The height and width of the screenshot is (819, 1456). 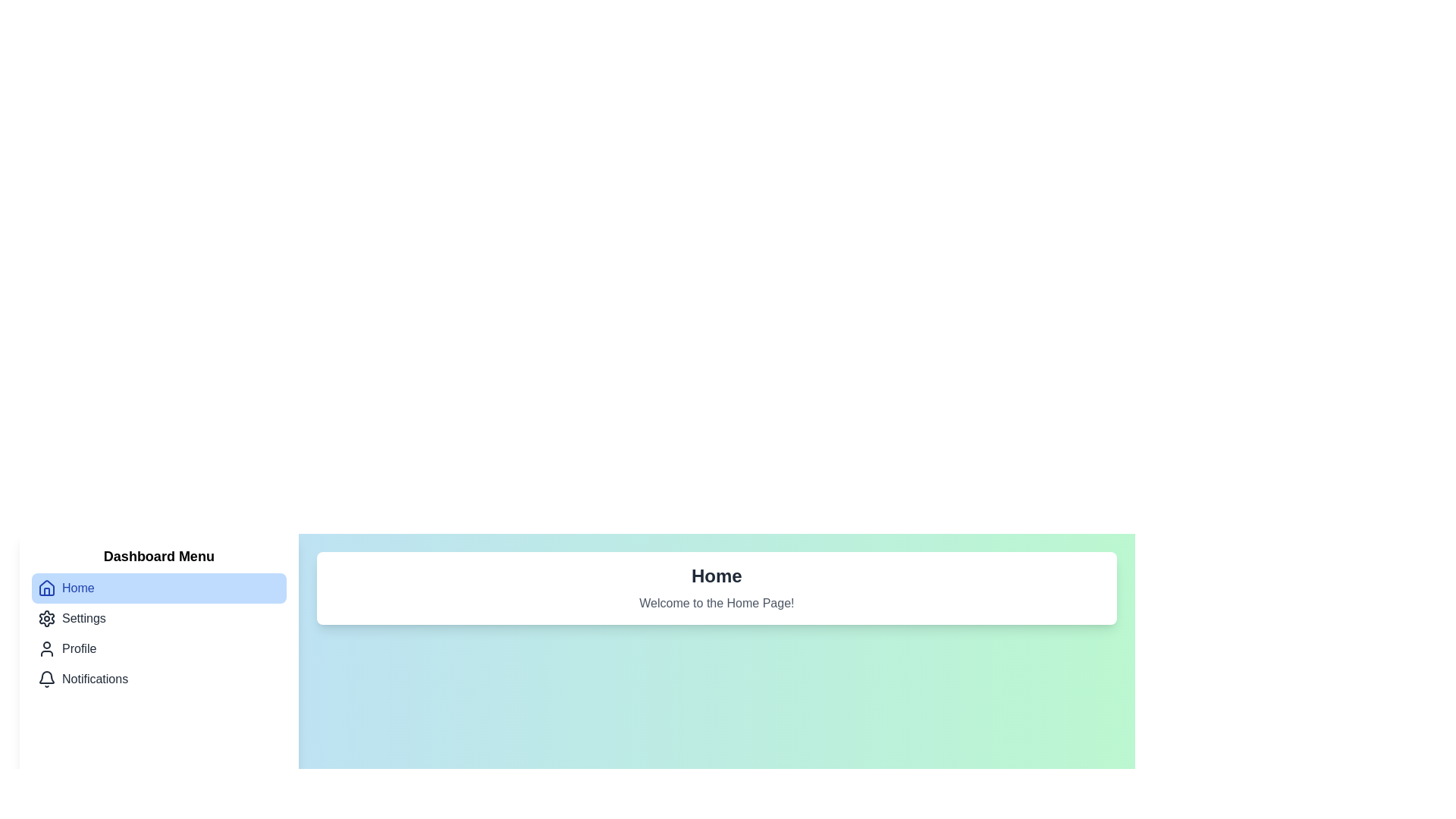 I want to click on the menu item corresponding to Profile, so click(x=158, y=648).